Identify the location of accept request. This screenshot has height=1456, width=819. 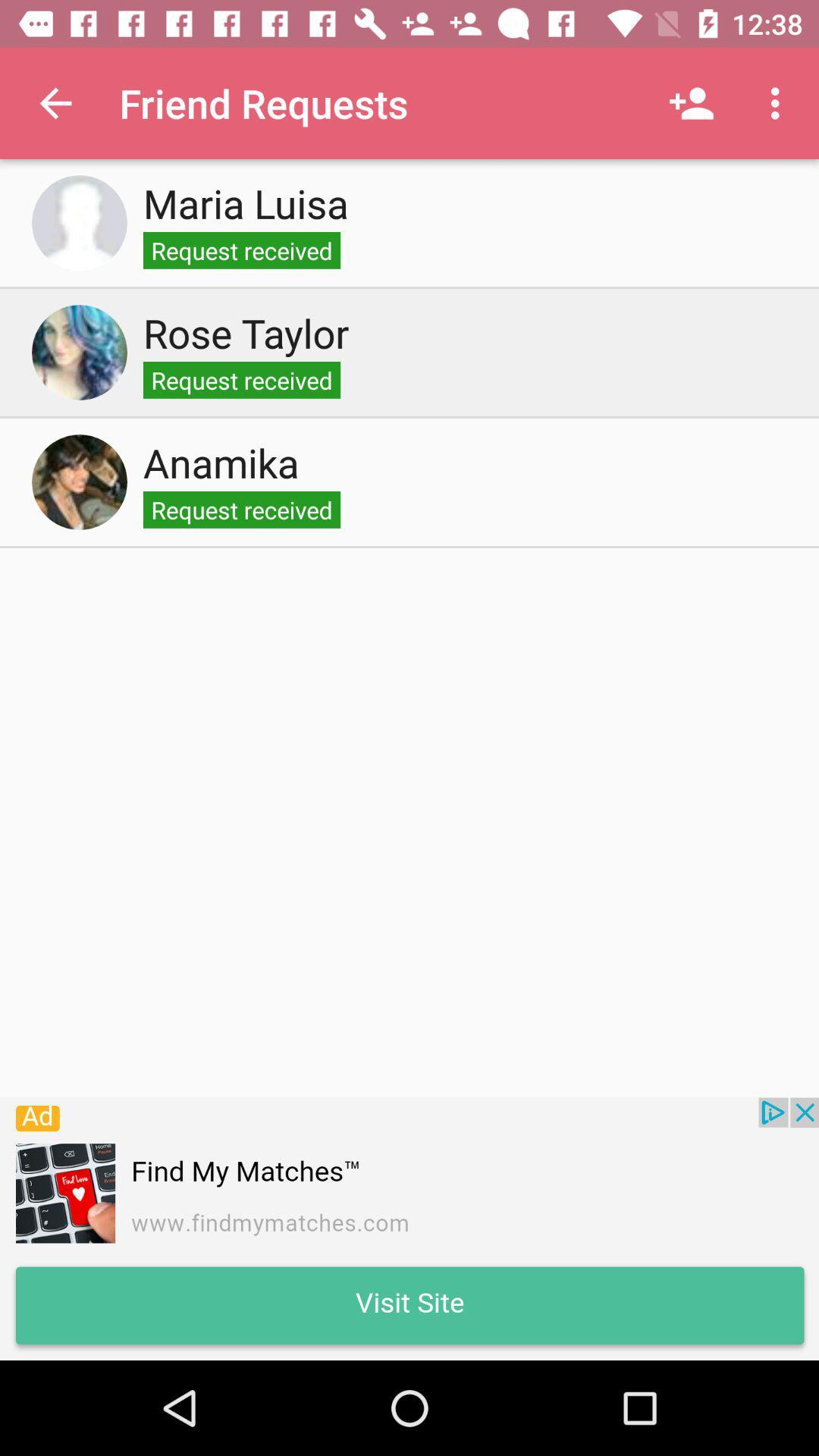
(79, 221).